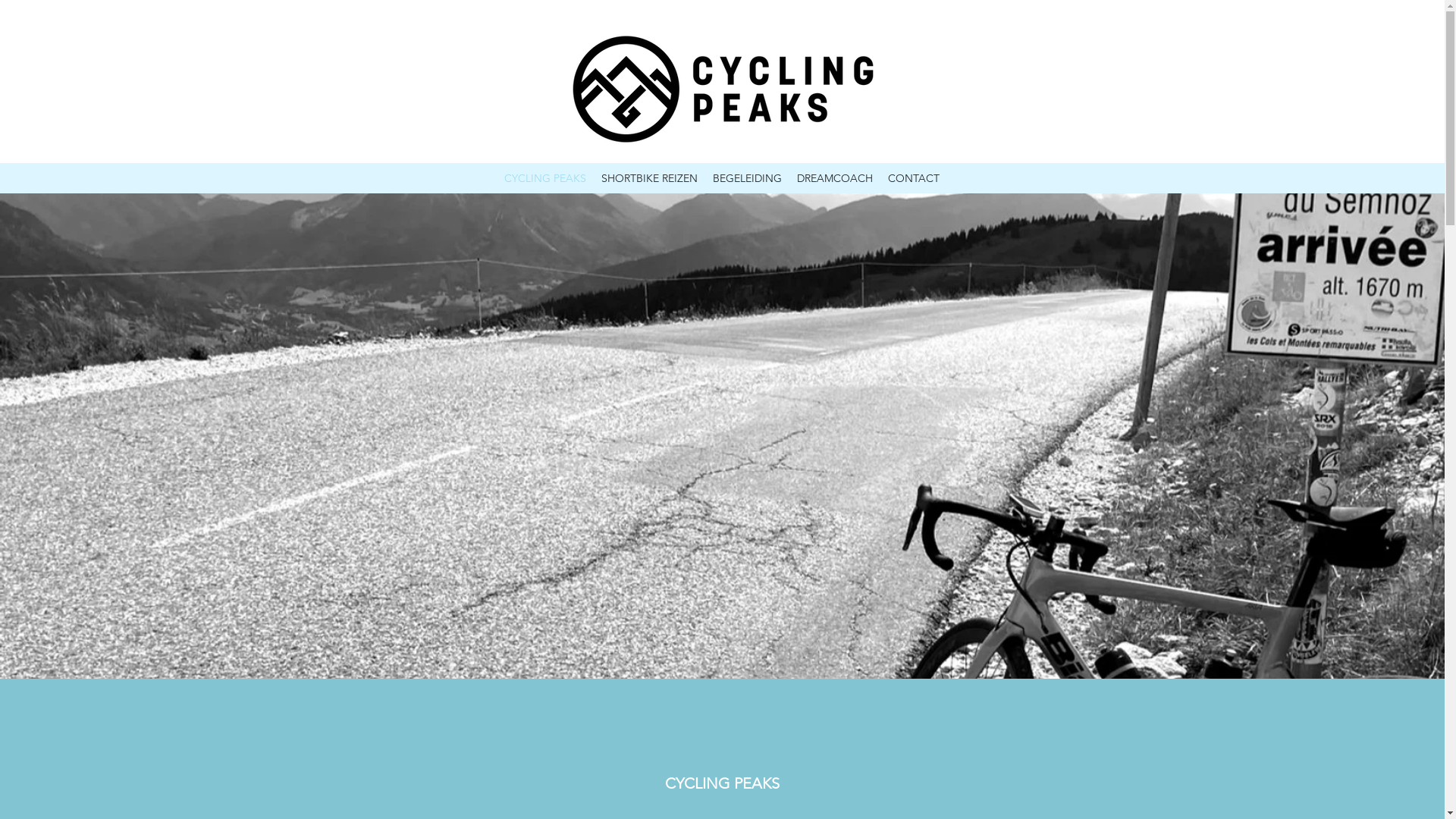 This screenshot has height=819, width=1456. I want to click on 'CONTACT', so click(880, 177).